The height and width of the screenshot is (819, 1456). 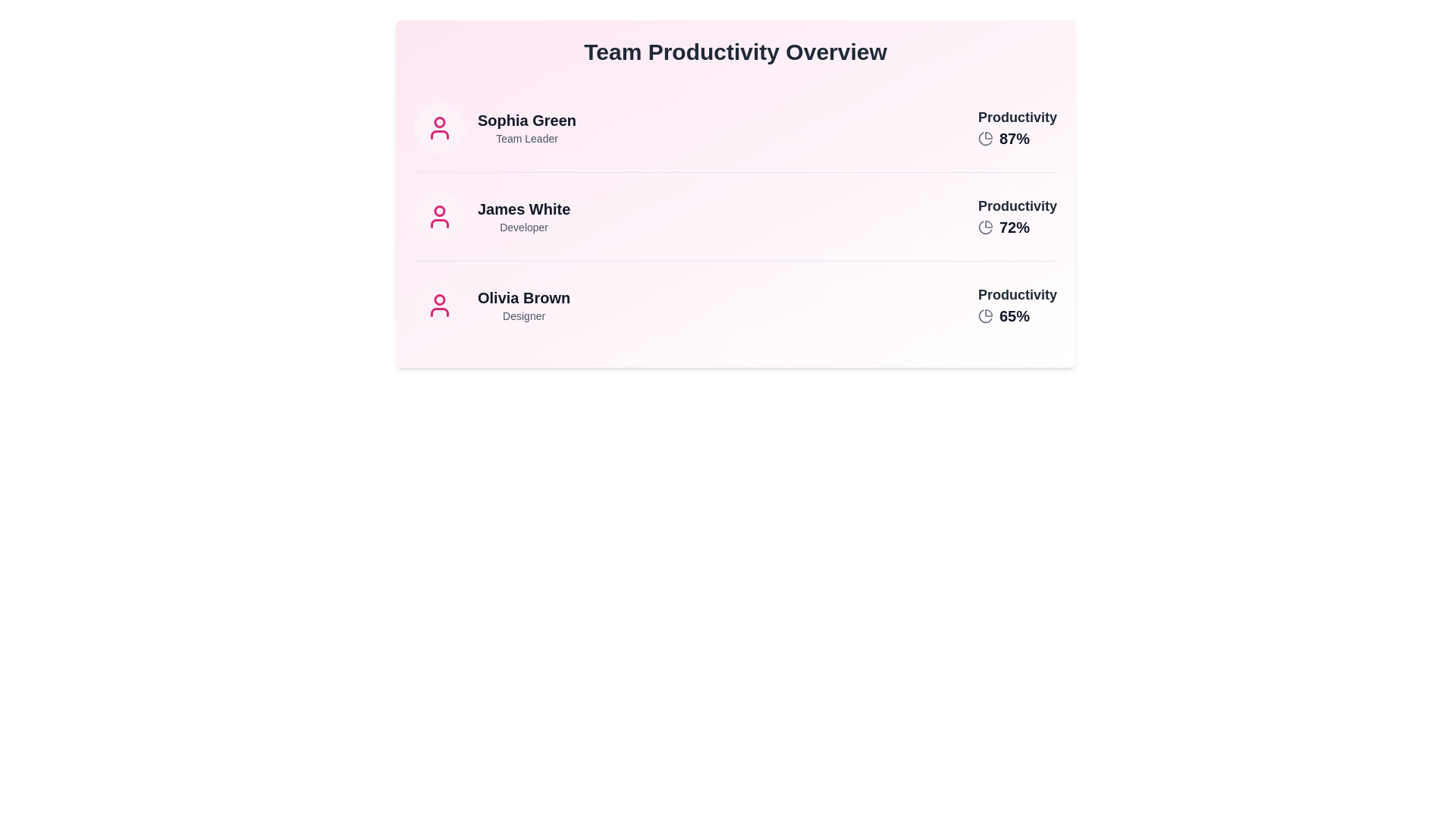 I want to click on the informational label displaying the productivity percentage for Olivia Brown, the Designer, so click(x=1017, y=305).